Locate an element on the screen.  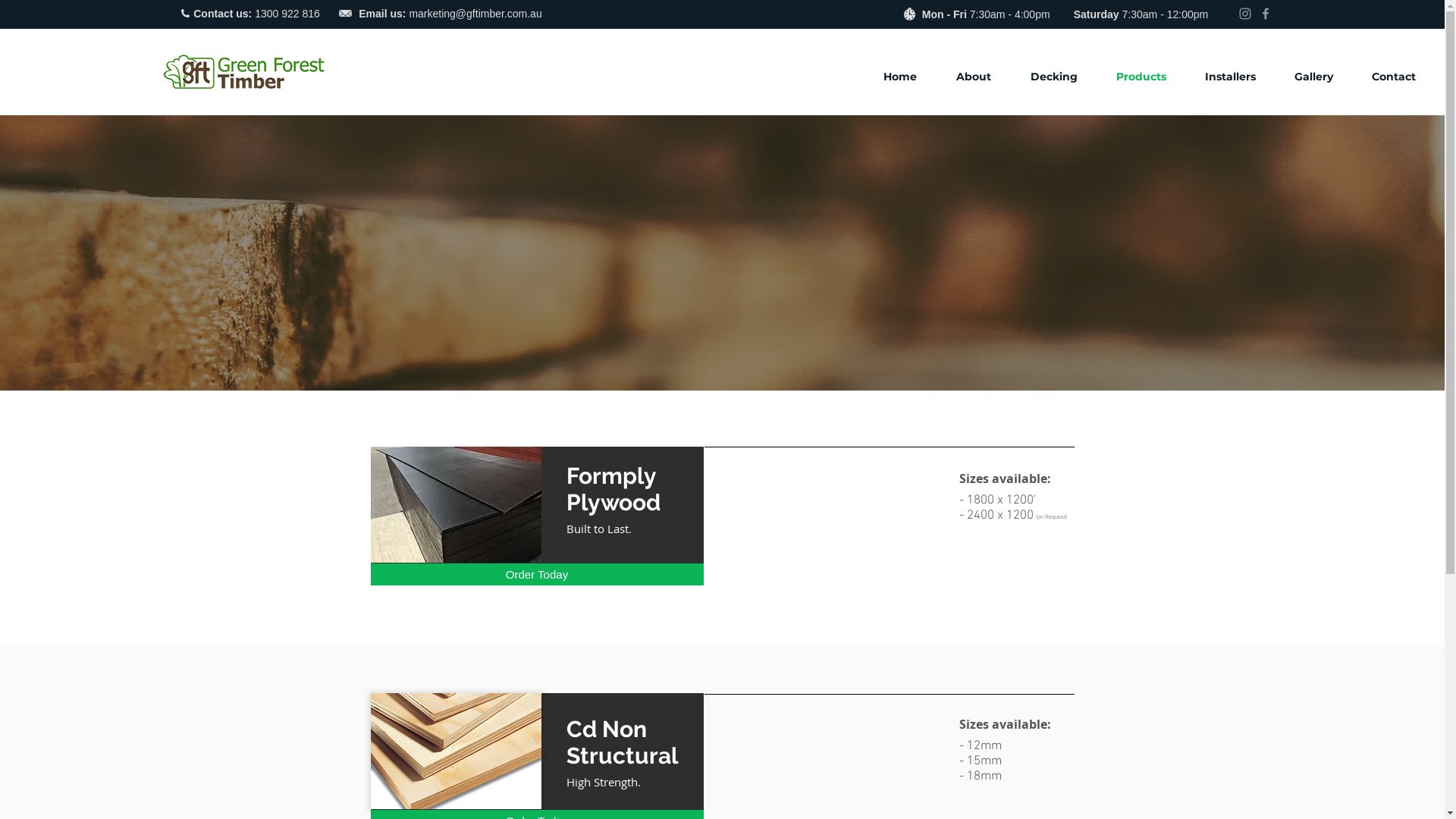
'Saturday 7:30am - 12:00pm' is located at coordinates (1141, 14).